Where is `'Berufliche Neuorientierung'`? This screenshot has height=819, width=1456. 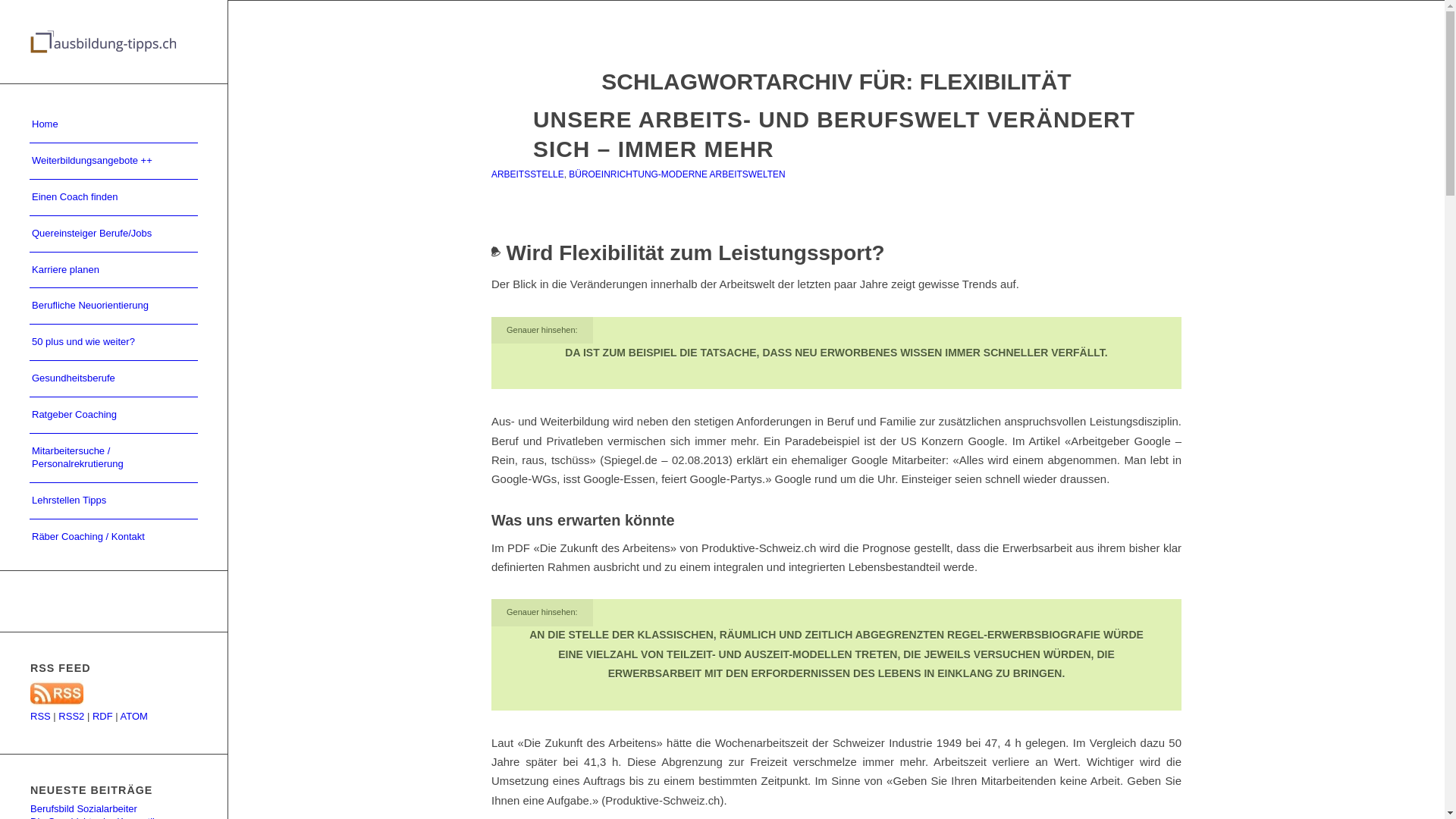 'Berufliche Neuorientierung' is located at coordinates (112, 306).